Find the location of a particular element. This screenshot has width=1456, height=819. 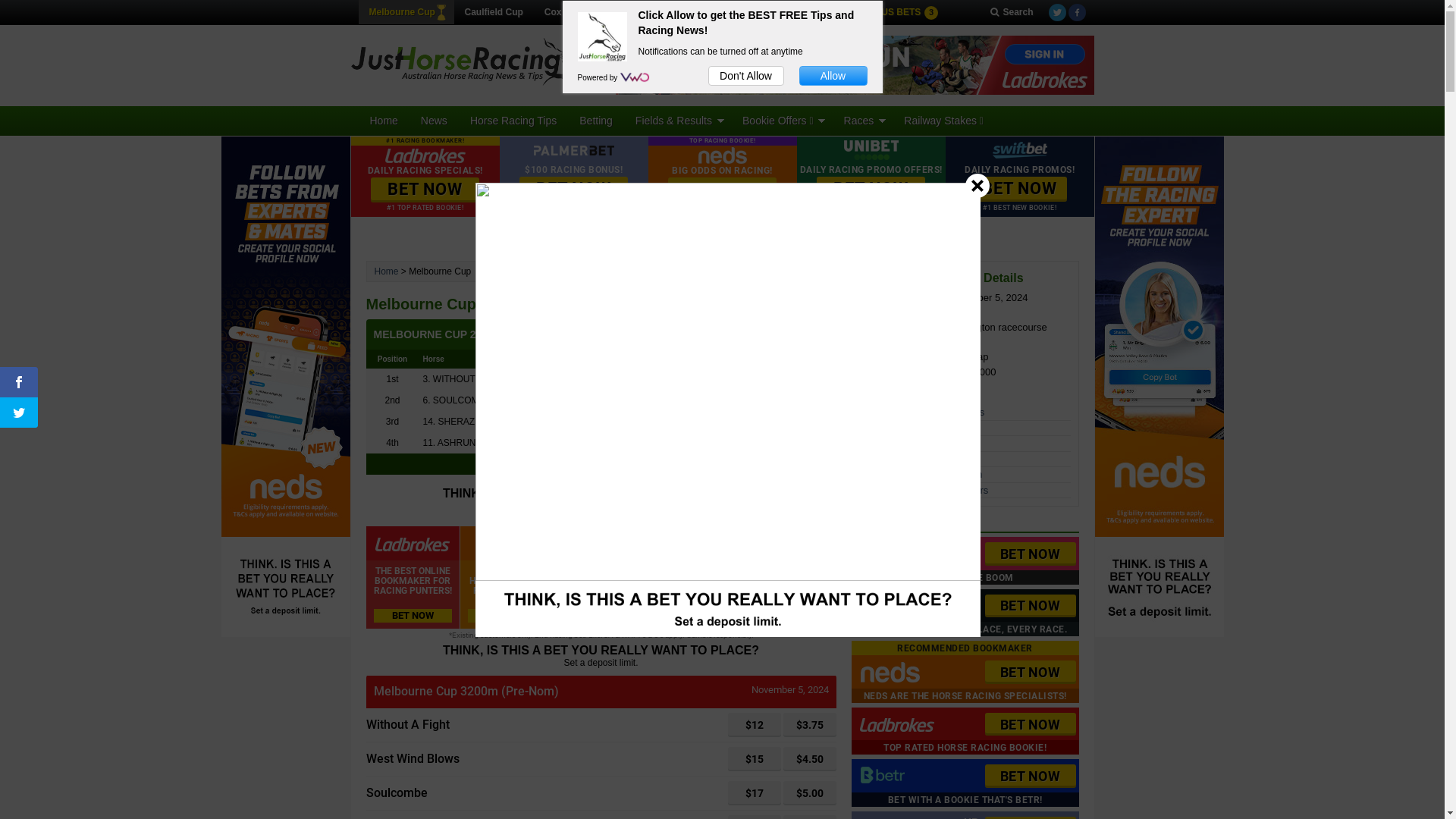

'Home' is located at coordinates (383, 119).